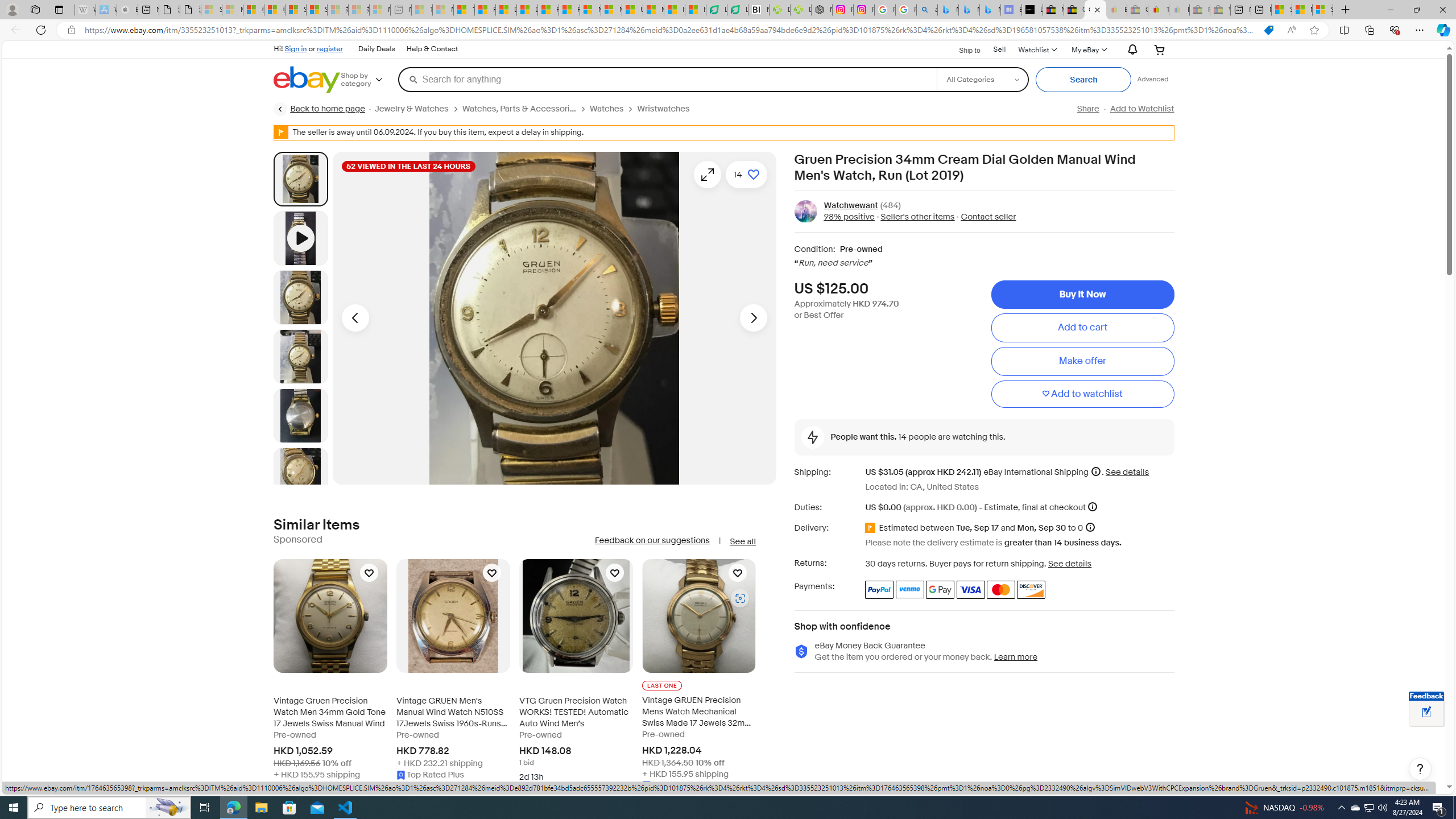  I want to click on 'Add to cart', so click(1082, 328).